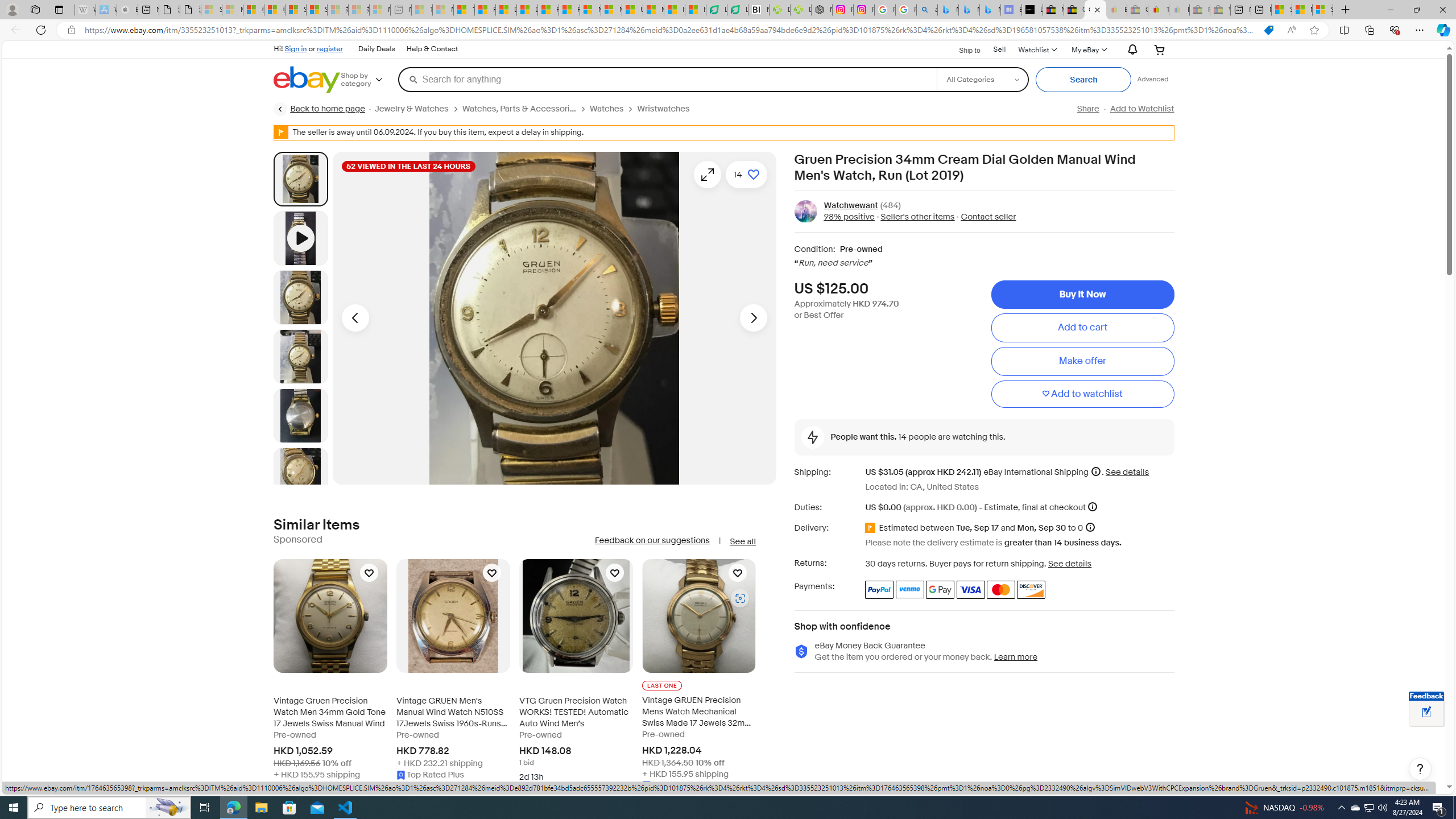  I want to click on 'Add to cart', so click(1082, 328).